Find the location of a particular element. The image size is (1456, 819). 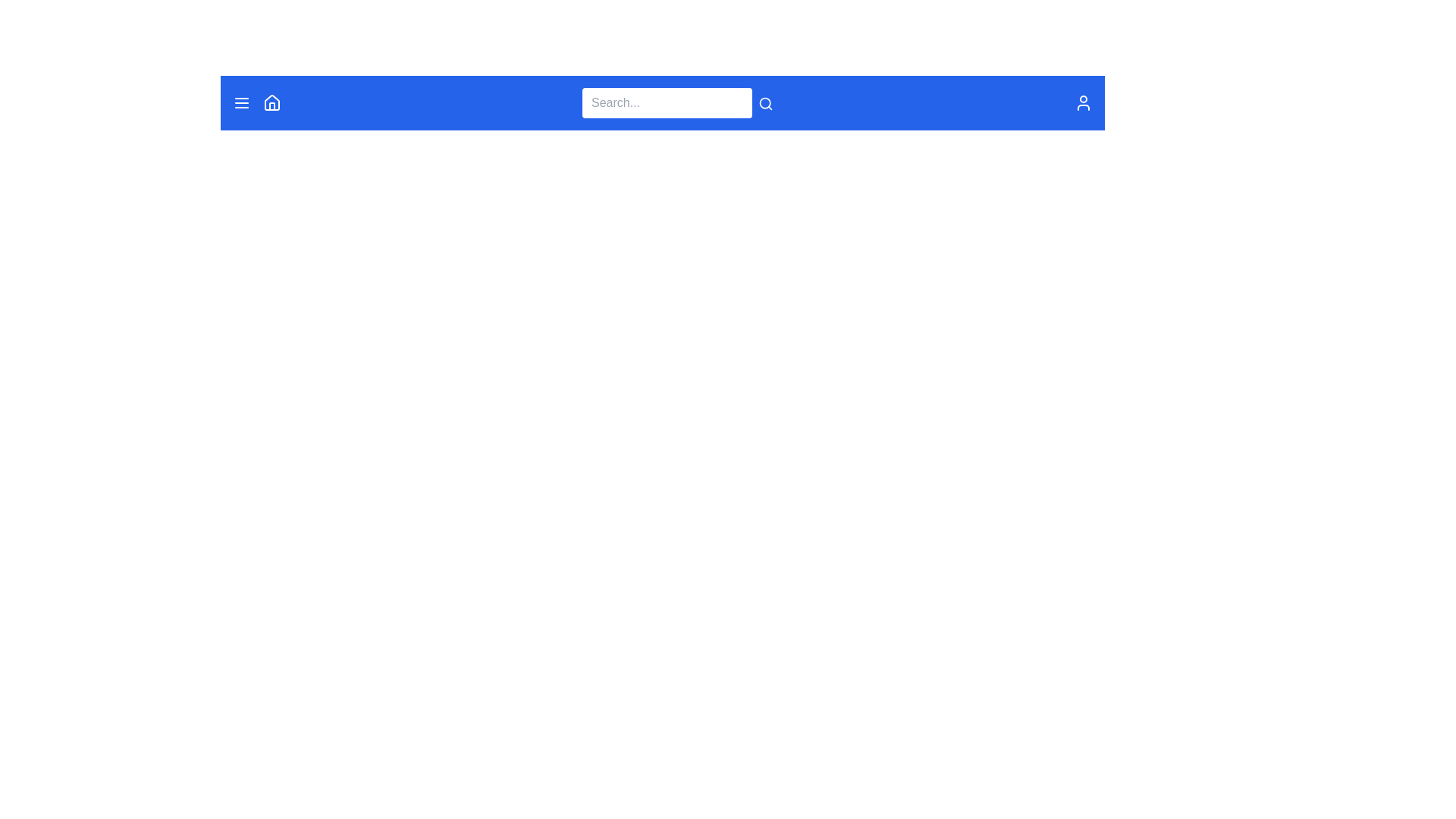

the menu icon, which consists of three horizontal lines in white over a blue background, located on the leftmost side of the top navigation bar is located at coordinates (240, 102).